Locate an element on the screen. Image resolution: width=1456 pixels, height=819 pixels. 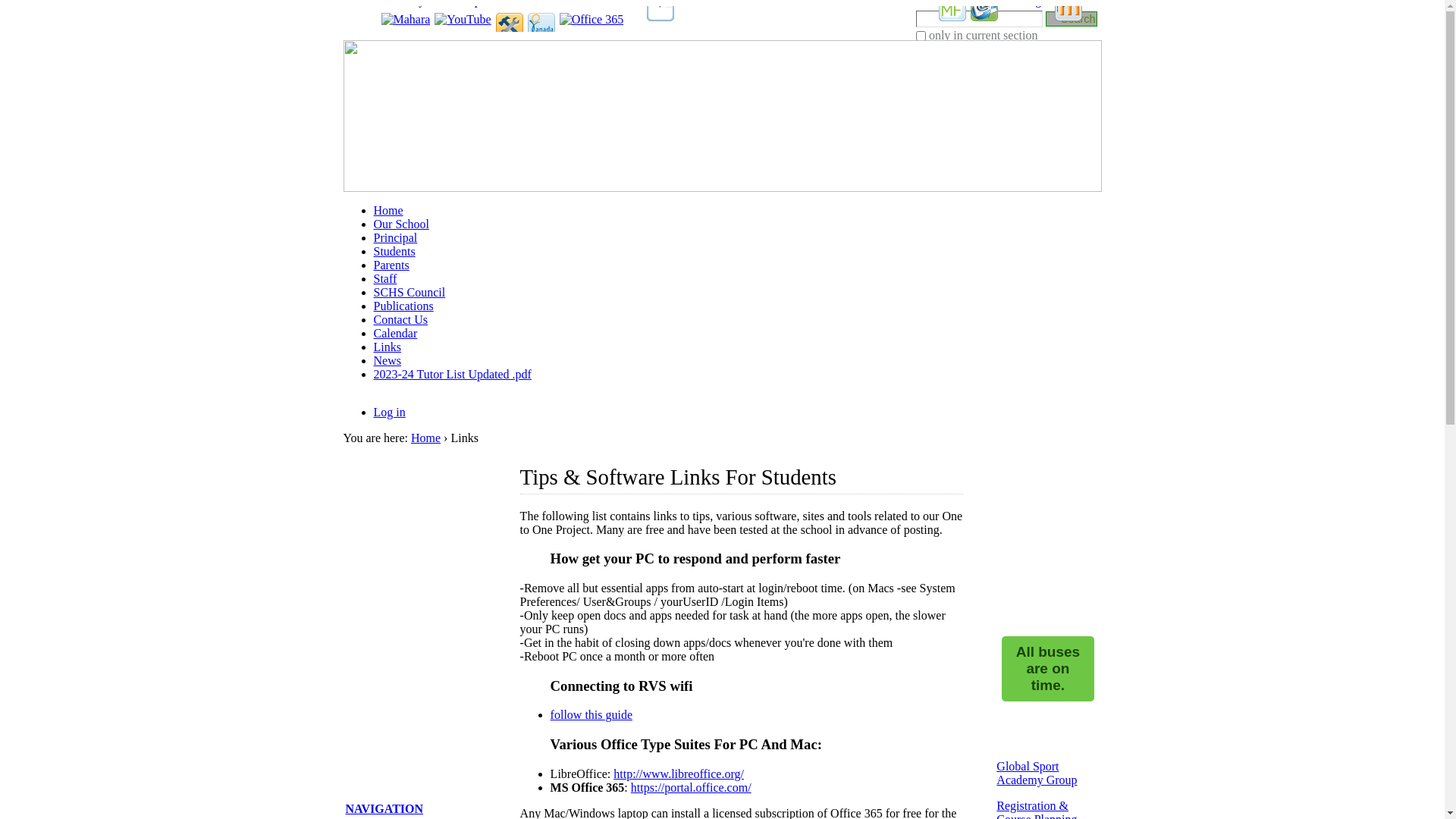
'http://www.libreoffice.org/' is located at coordinates (677, 773).